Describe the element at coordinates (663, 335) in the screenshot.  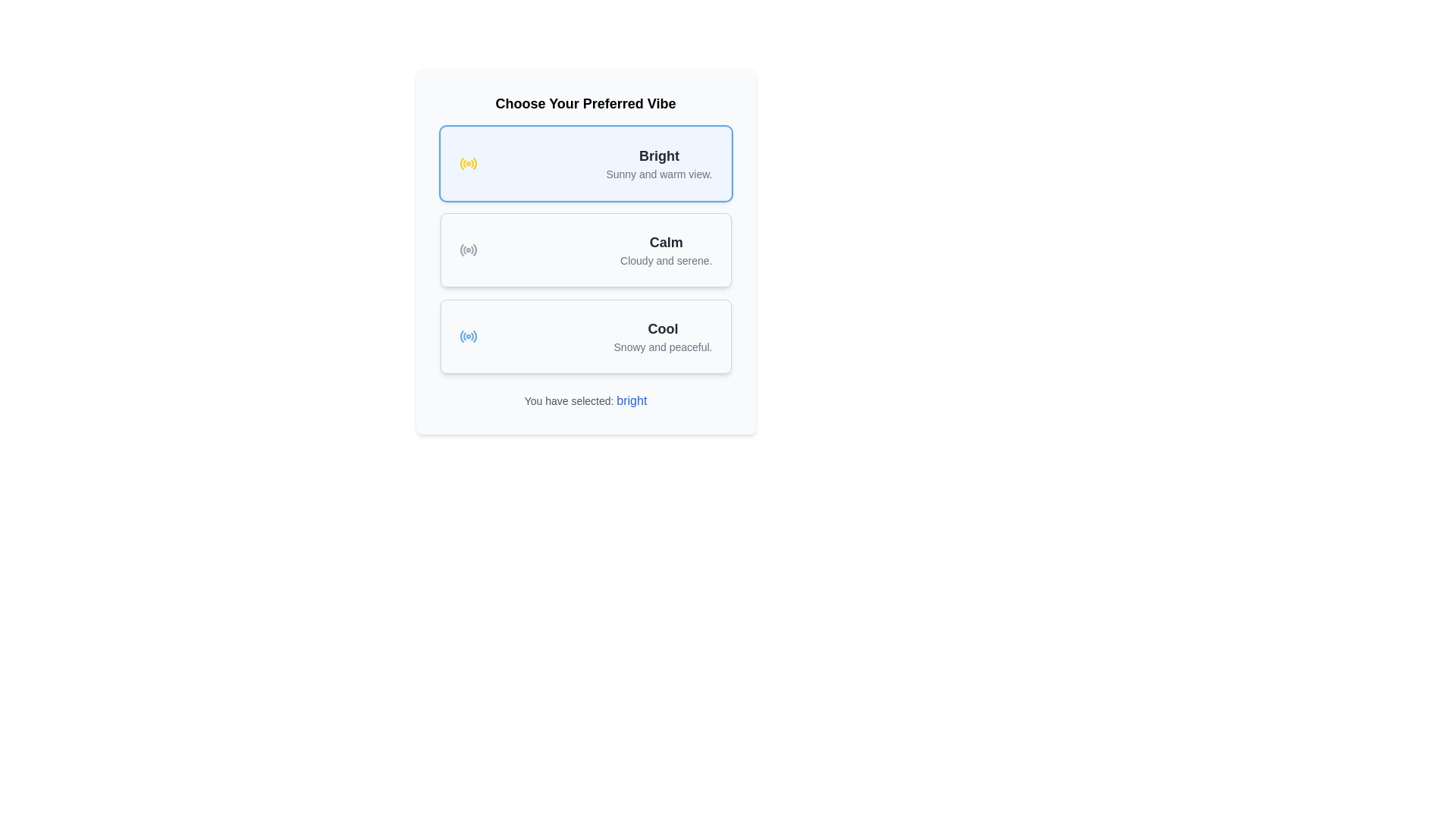
I see `the static label for the selectable option named 'Cool'` at that location.